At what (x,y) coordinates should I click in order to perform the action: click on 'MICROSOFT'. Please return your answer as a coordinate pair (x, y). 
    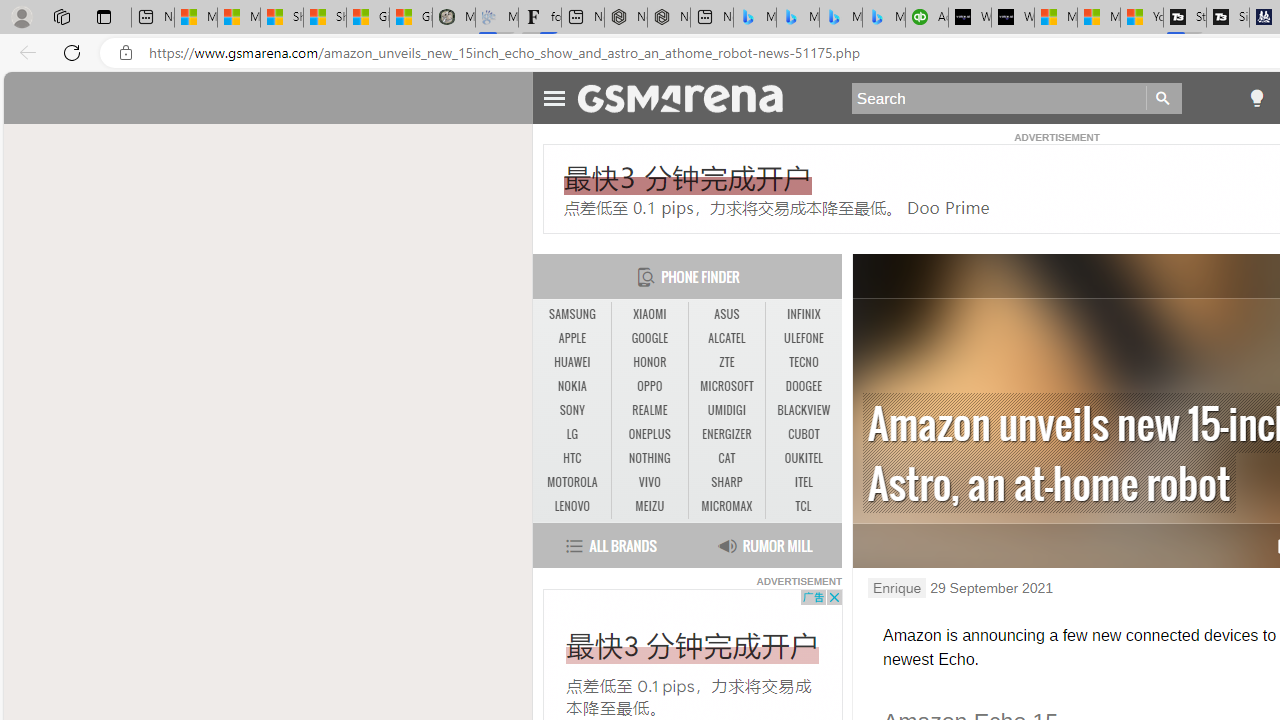
    Looking at the image, I should click on (726, 387).